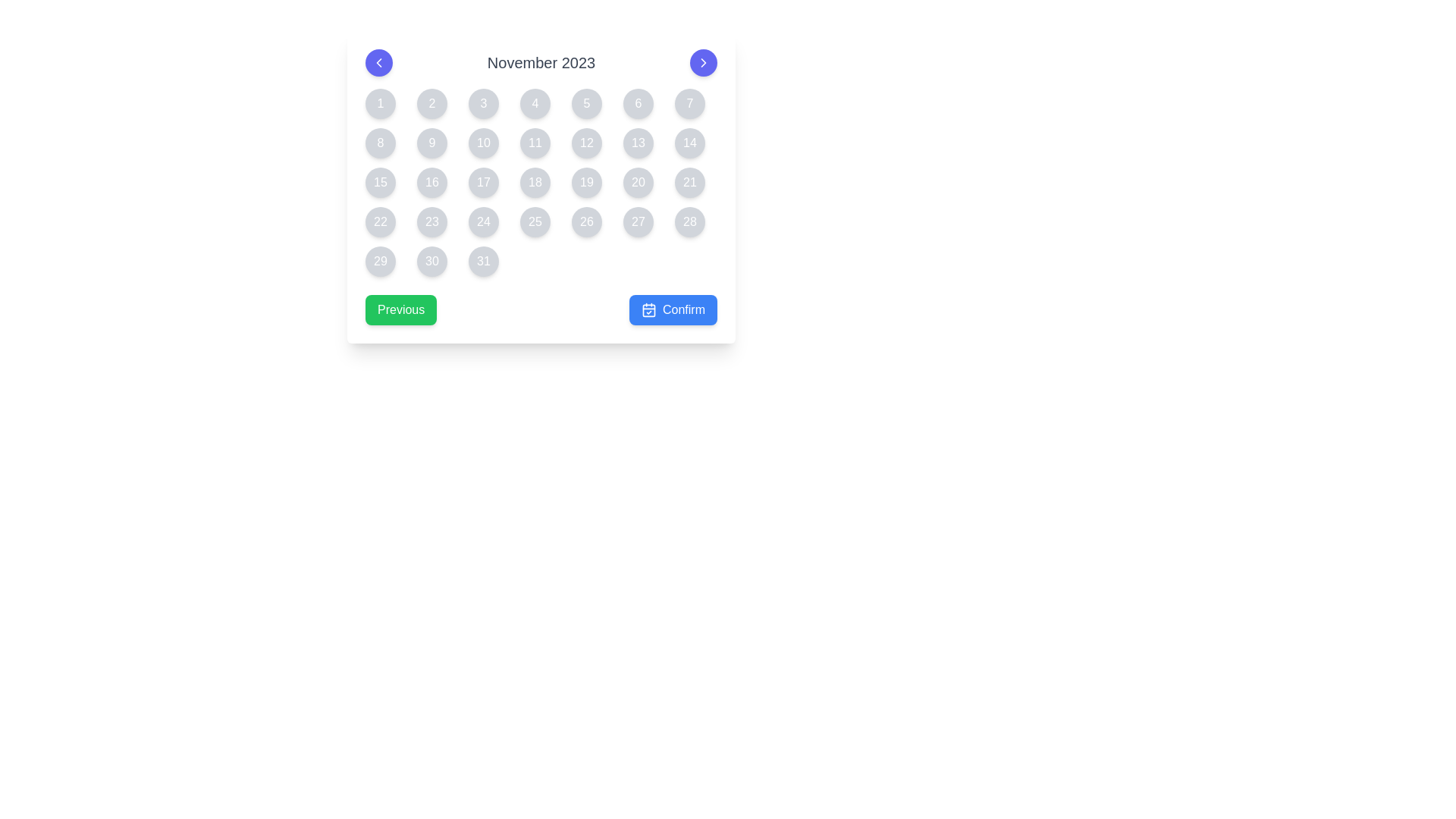  What do you see at coordinates (378, 62) in the screenshot?
I see `the navigational icon to move to the previous month in the calendar` at bounding box center [378, 62].